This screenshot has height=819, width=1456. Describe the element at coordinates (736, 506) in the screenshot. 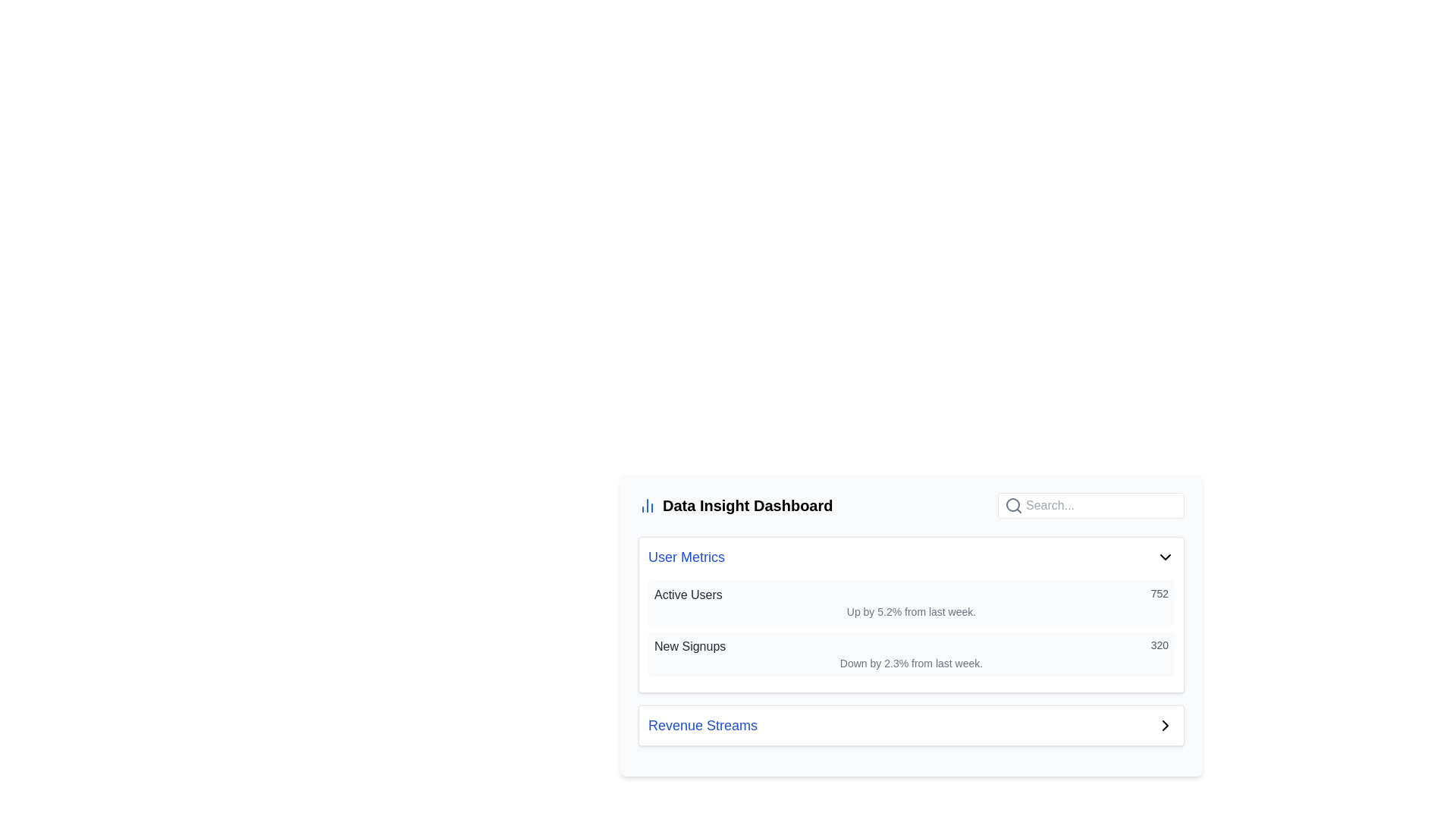

I see `text of the header label located in the upper area of the content section, towards the left, which serves as the title for the dashboard` at that location.